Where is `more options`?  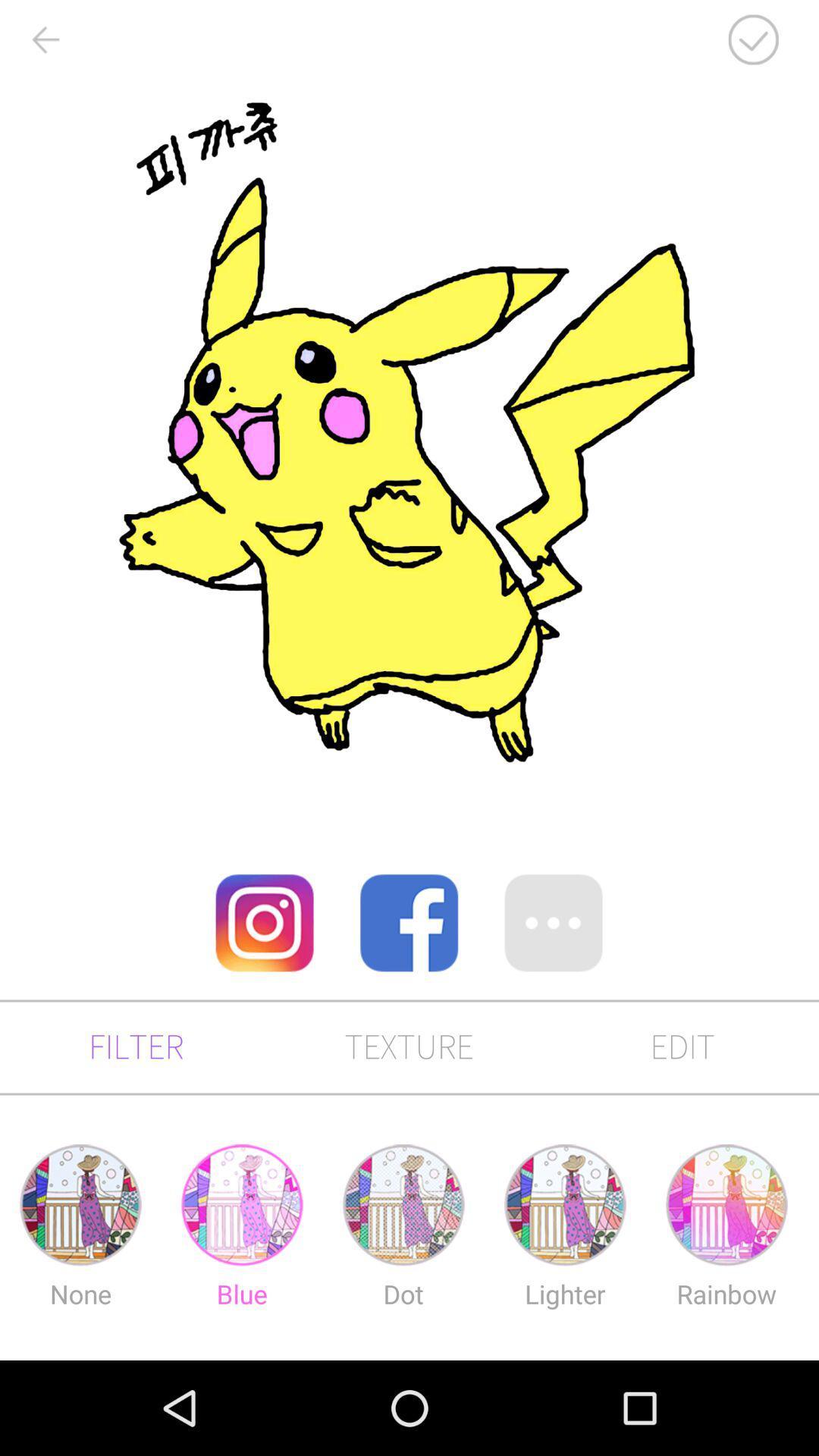 more options is located at coordinates (554, 922).